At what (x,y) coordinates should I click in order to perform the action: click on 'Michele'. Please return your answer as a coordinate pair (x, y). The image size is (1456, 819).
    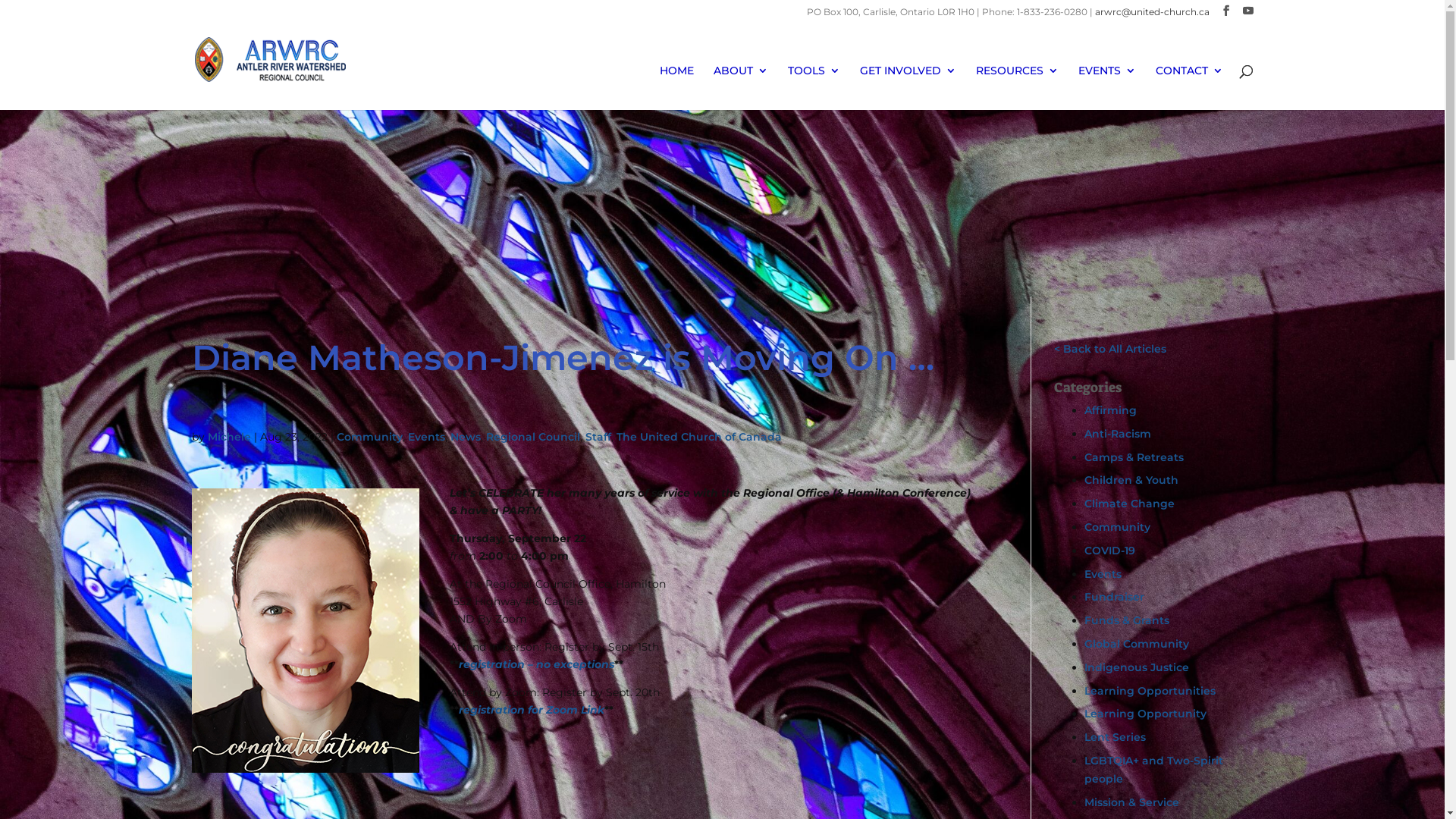
    Looking at the image, I should click on (228, 436).